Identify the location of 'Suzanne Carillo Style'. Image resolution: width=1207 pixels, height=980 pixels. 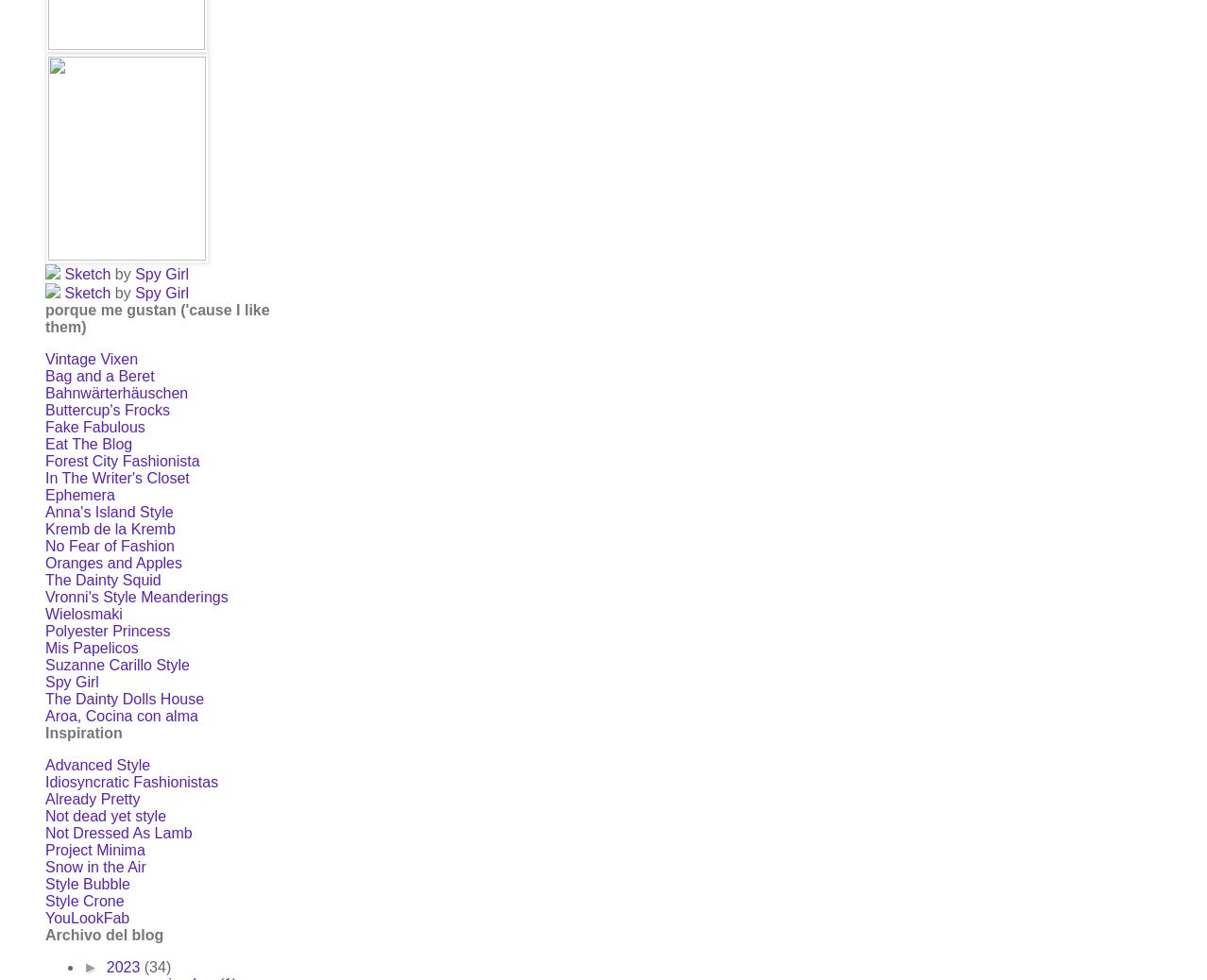
(115, 664).